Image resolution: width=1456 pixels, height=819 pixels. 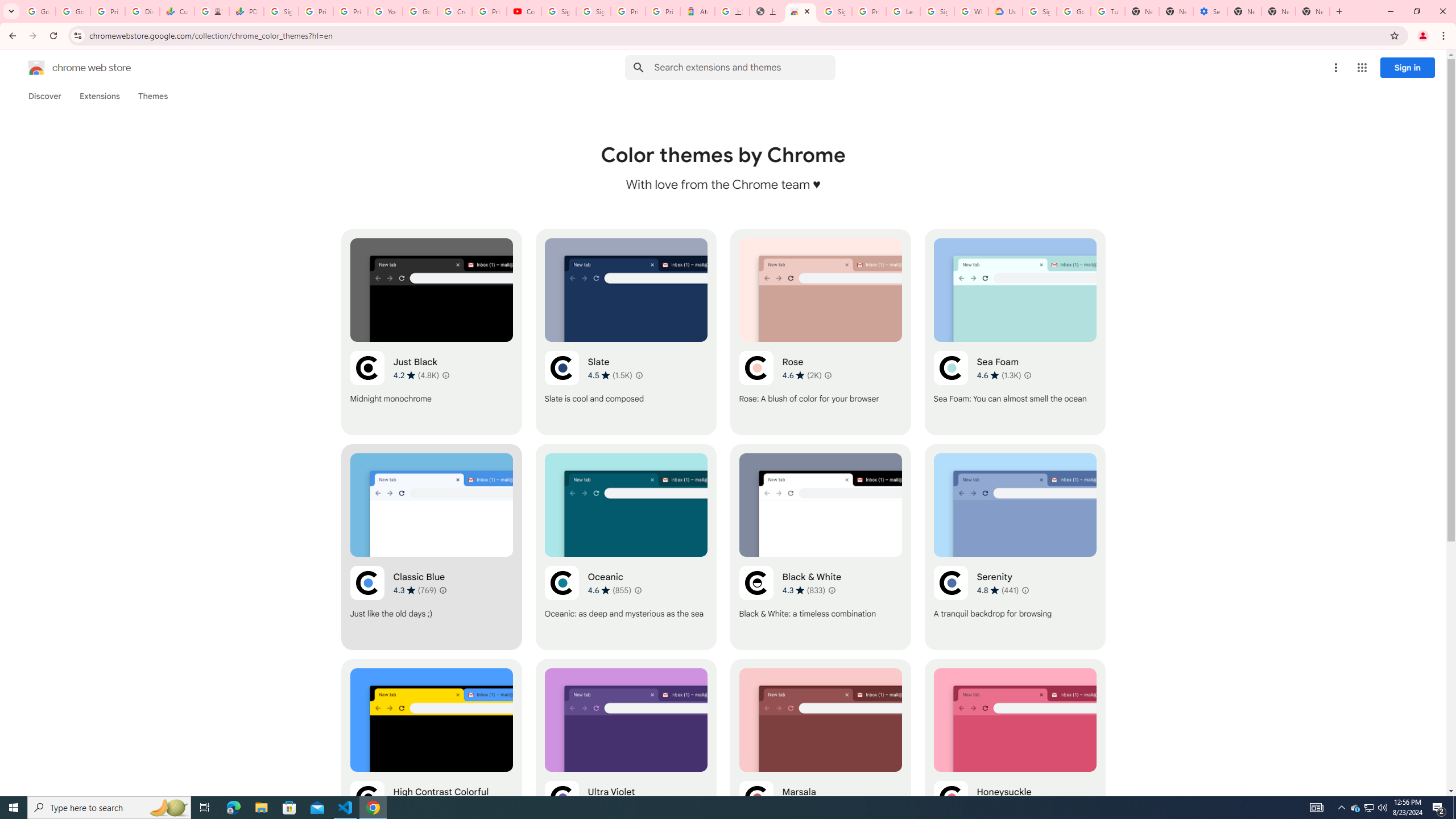 What do you see at coordinates (997, 590) in the screenshot?
I see `'Average rating 4.8 out of 5 stars. 441 ratings.'` at bounding box center [997, 590].